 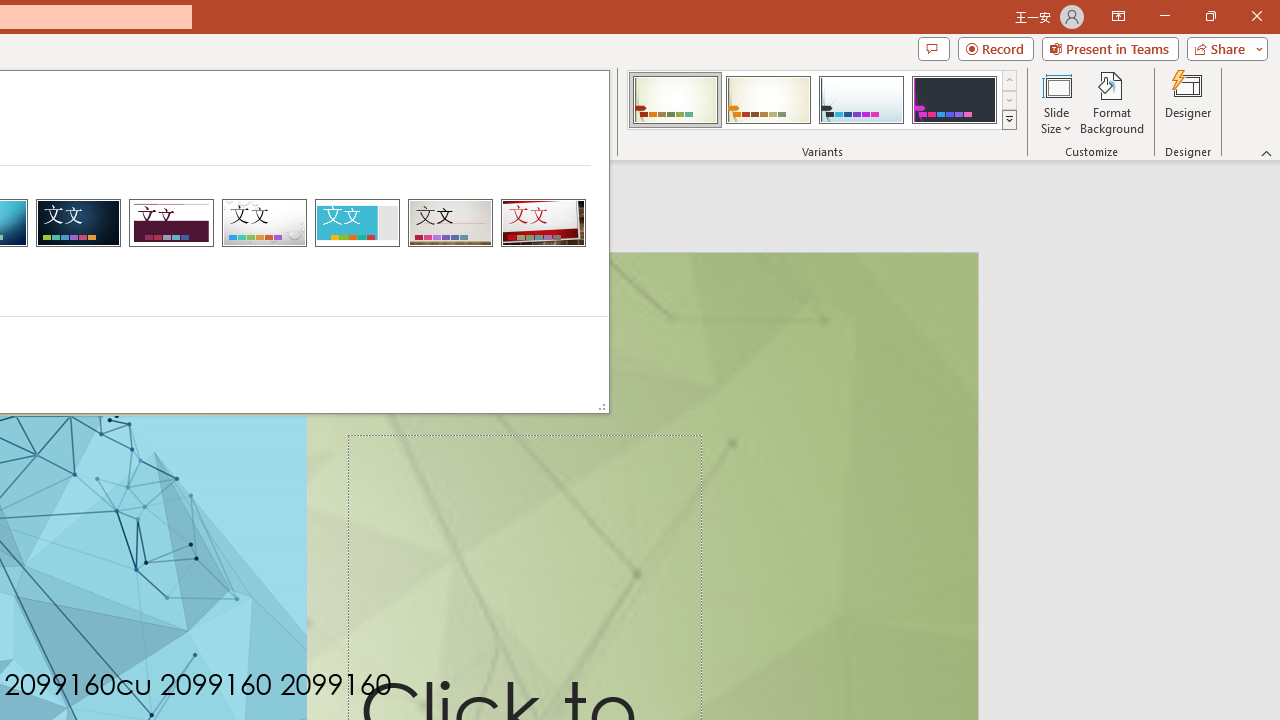 What do you see at coordinates (1009, 79) in the screenshot?
I see `'Row up'` at bounding box center [1009, 79].